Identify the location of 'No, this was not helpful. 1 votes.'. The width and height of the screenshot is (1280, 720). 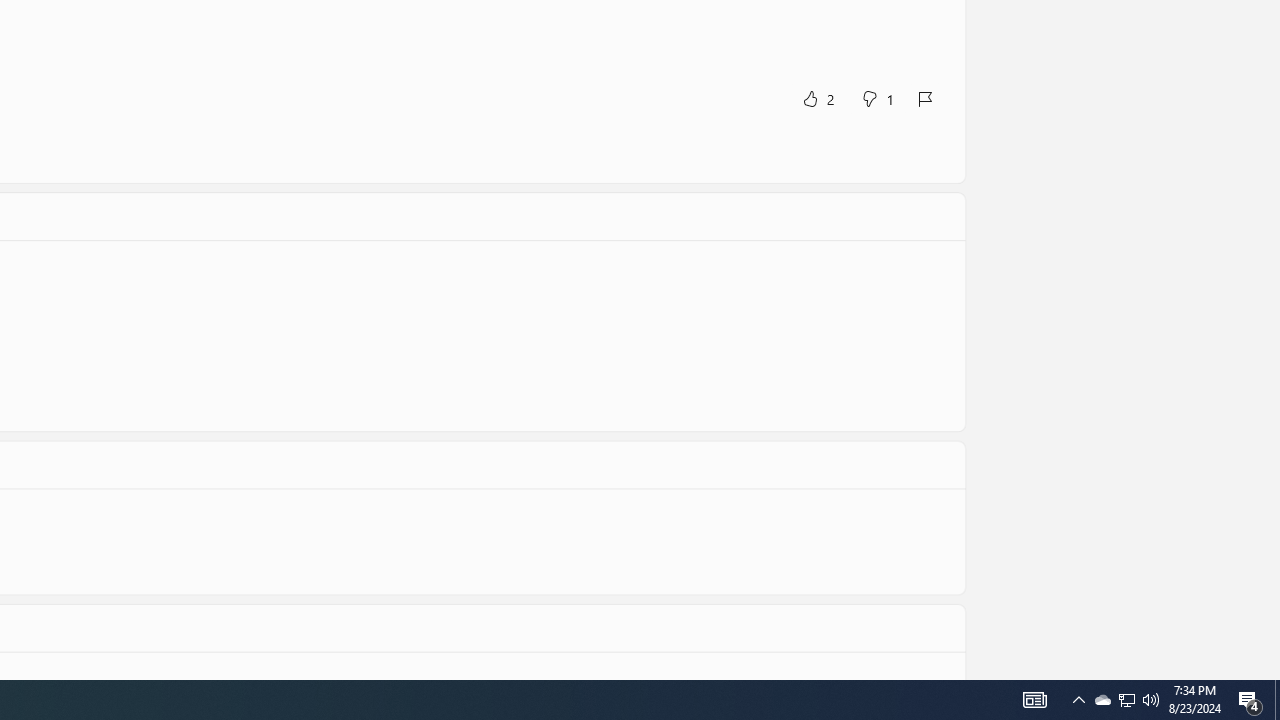
(876, 98).